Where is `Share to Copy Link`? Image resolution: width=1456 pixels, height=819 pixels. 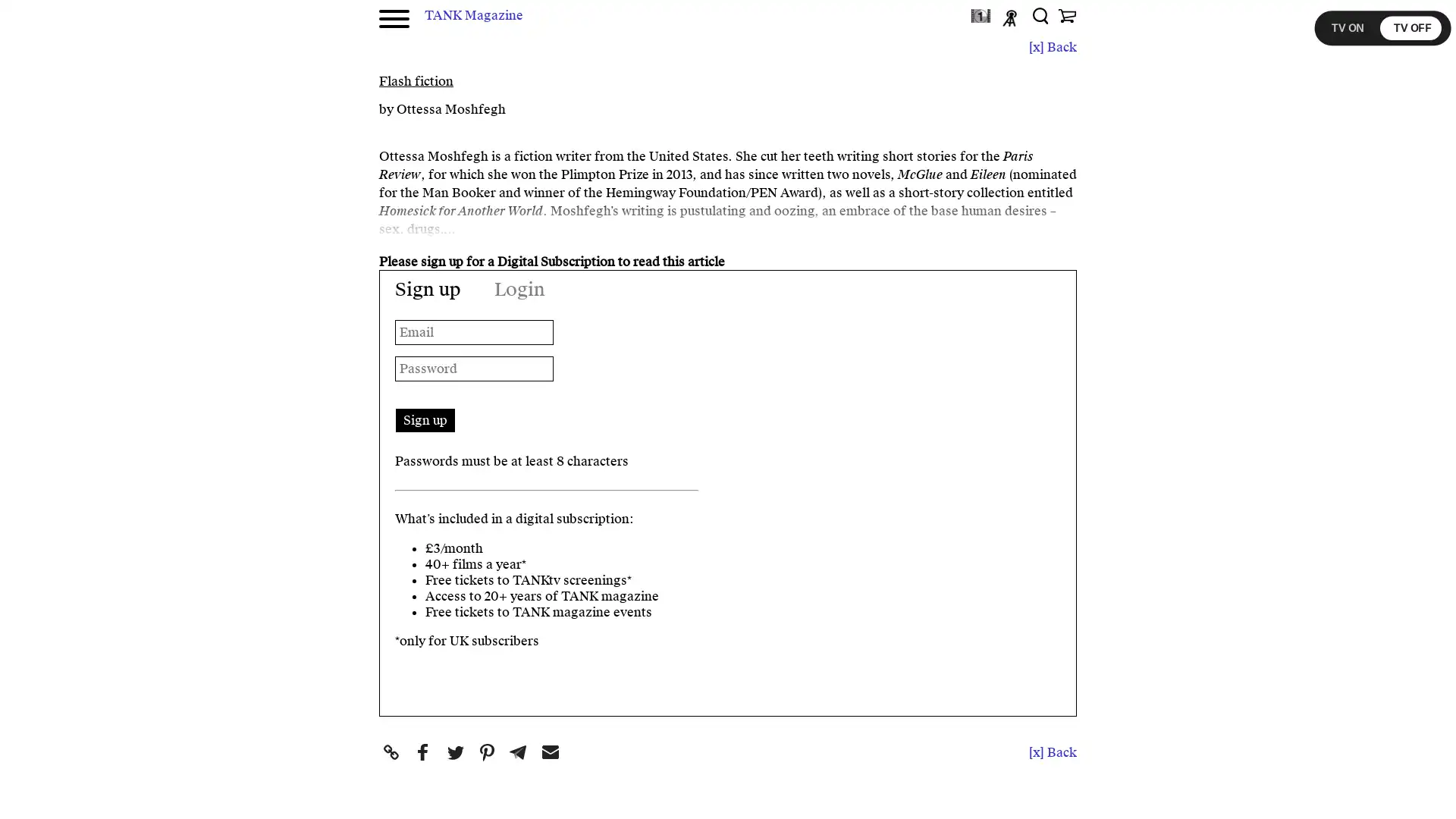 Share to Copy Link is located at coordinates (395, 752).